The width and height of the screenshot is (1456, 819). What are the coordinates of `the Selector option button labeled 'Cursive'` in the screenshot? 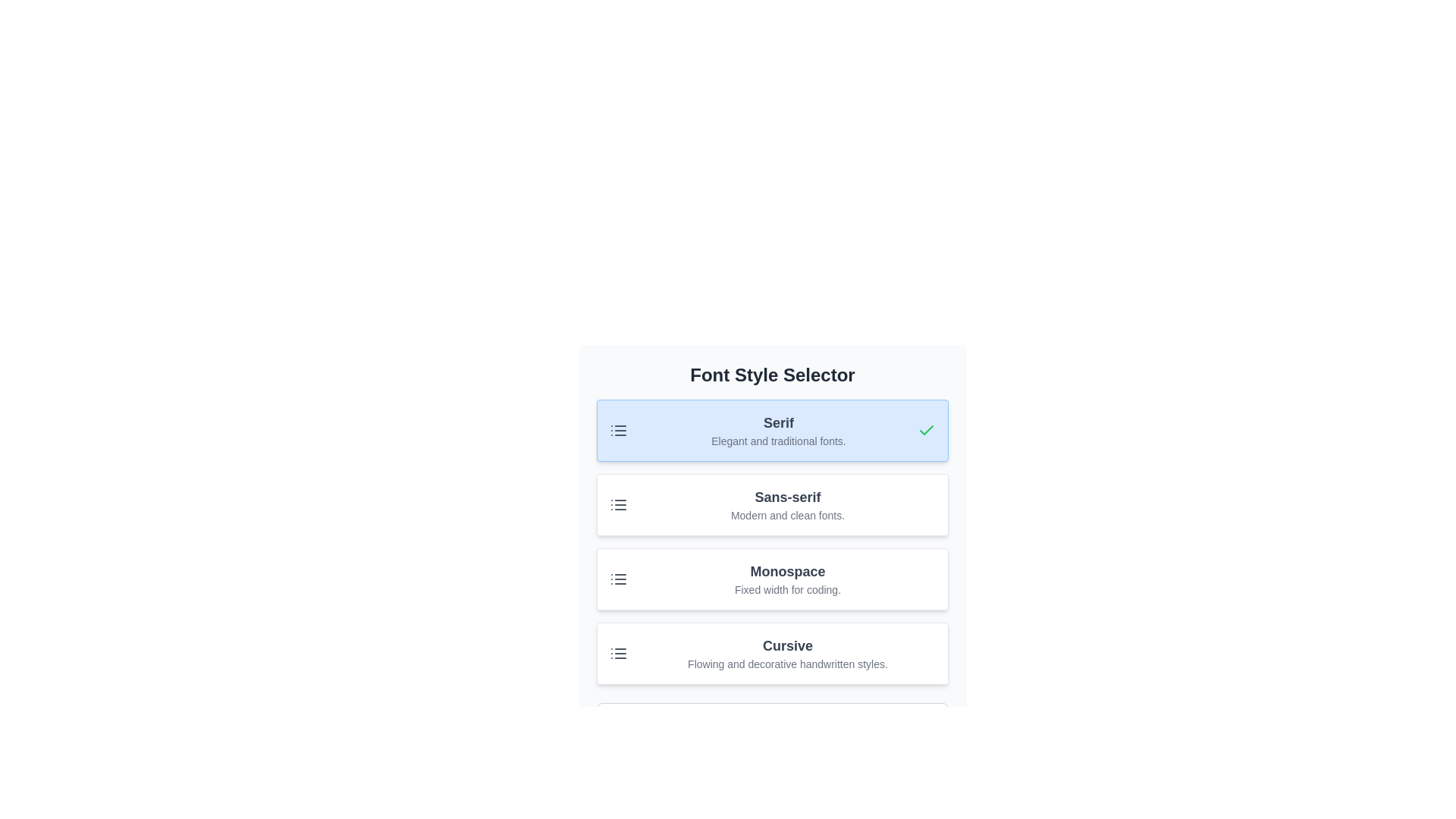 It's located at (772, 652).